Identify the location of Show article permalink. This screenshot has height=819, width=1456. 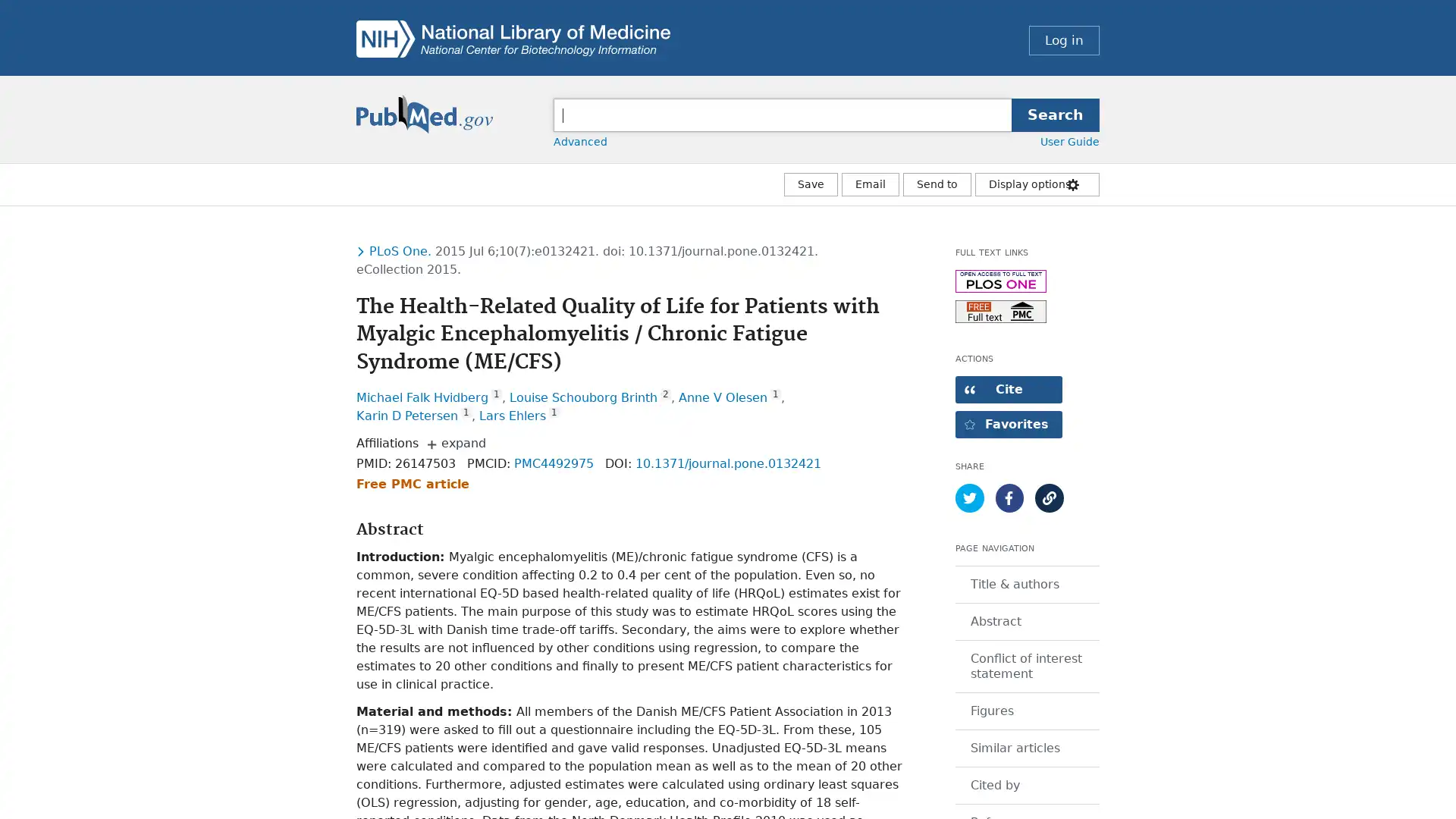
(1048, 497).